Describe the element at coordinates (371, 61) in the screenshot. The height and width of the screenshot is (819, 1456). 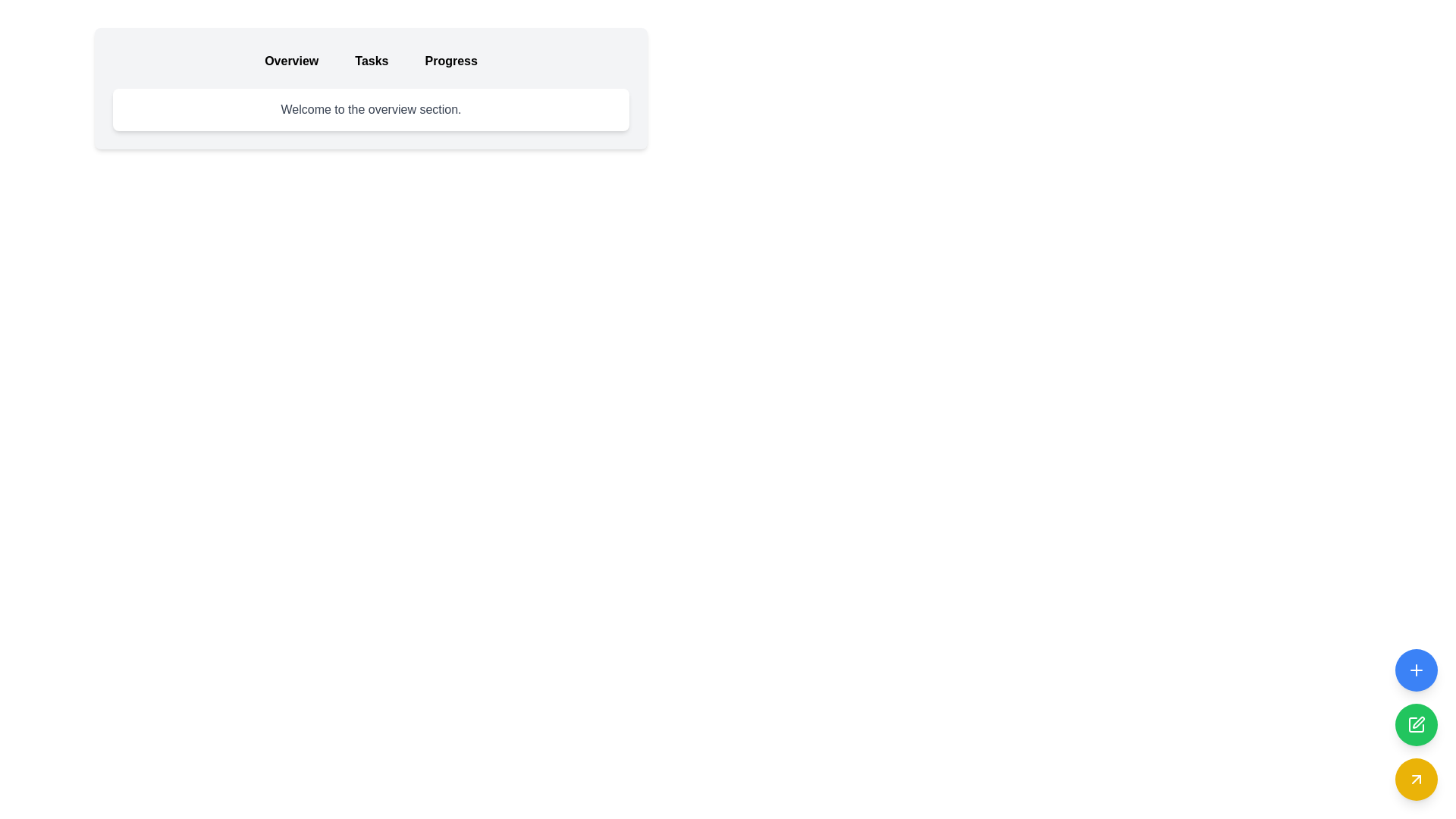
I see `the second item in the navigation menu that allows users to switch between 'Overview', 'Tasks', and 'Progress'` at that location.